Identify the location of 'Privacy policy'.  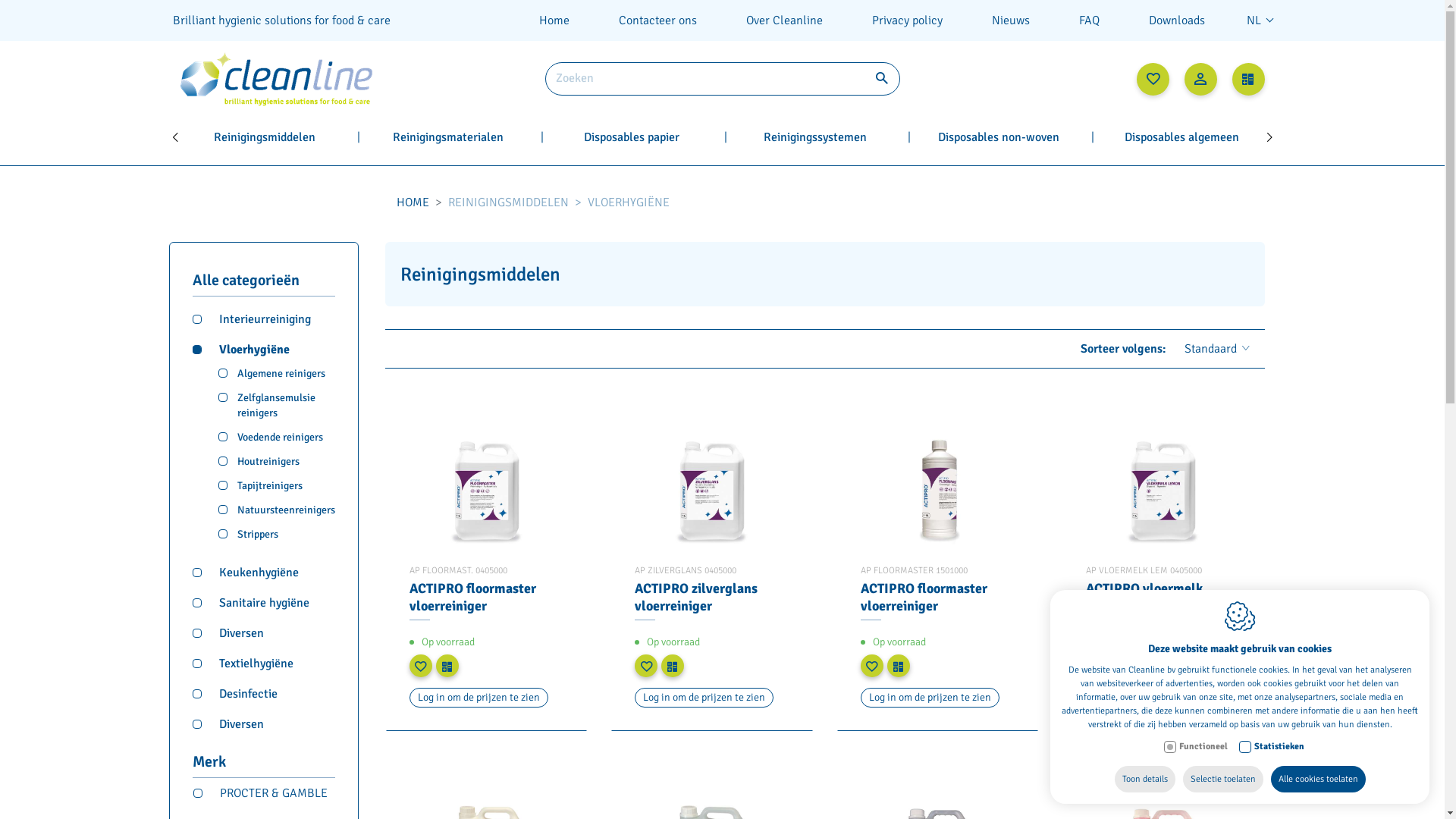
(906, 20).